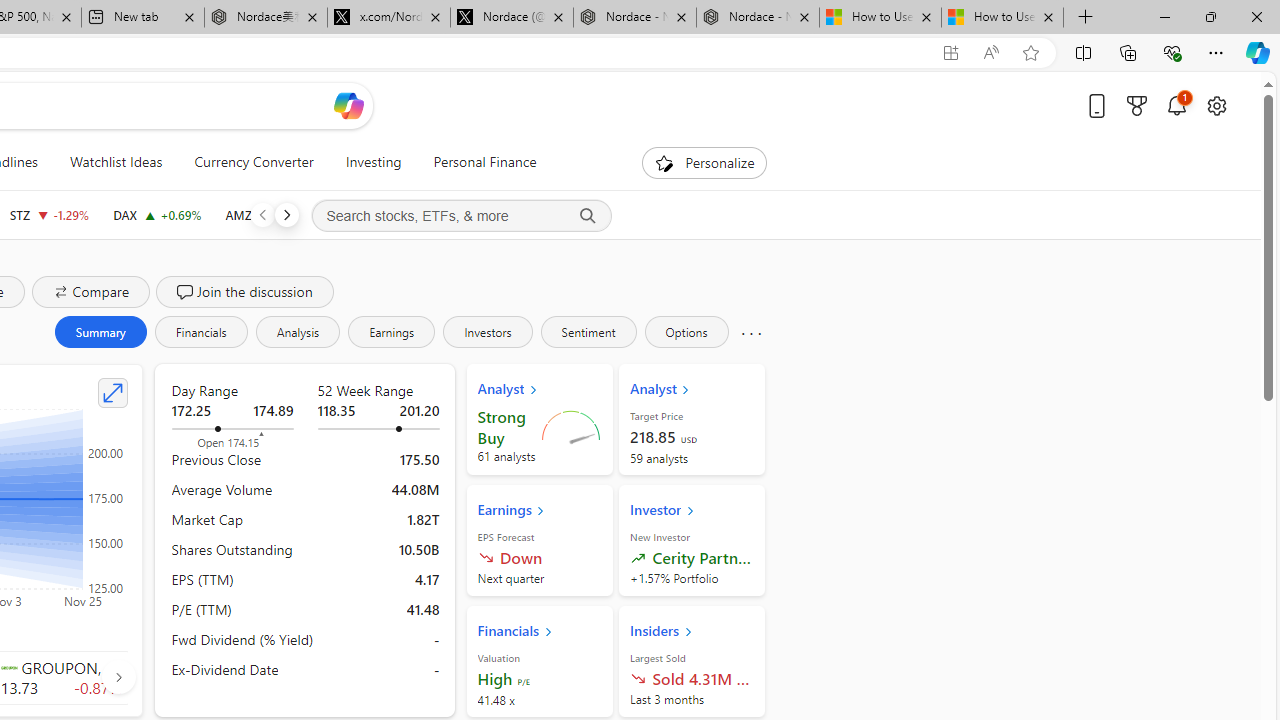 This screenshot has height=720, width=1280. Describe the element at coordinates (512, 17) in the screenshot. I see `'Nordace (@NordaceOfficial) / X'` at that location.